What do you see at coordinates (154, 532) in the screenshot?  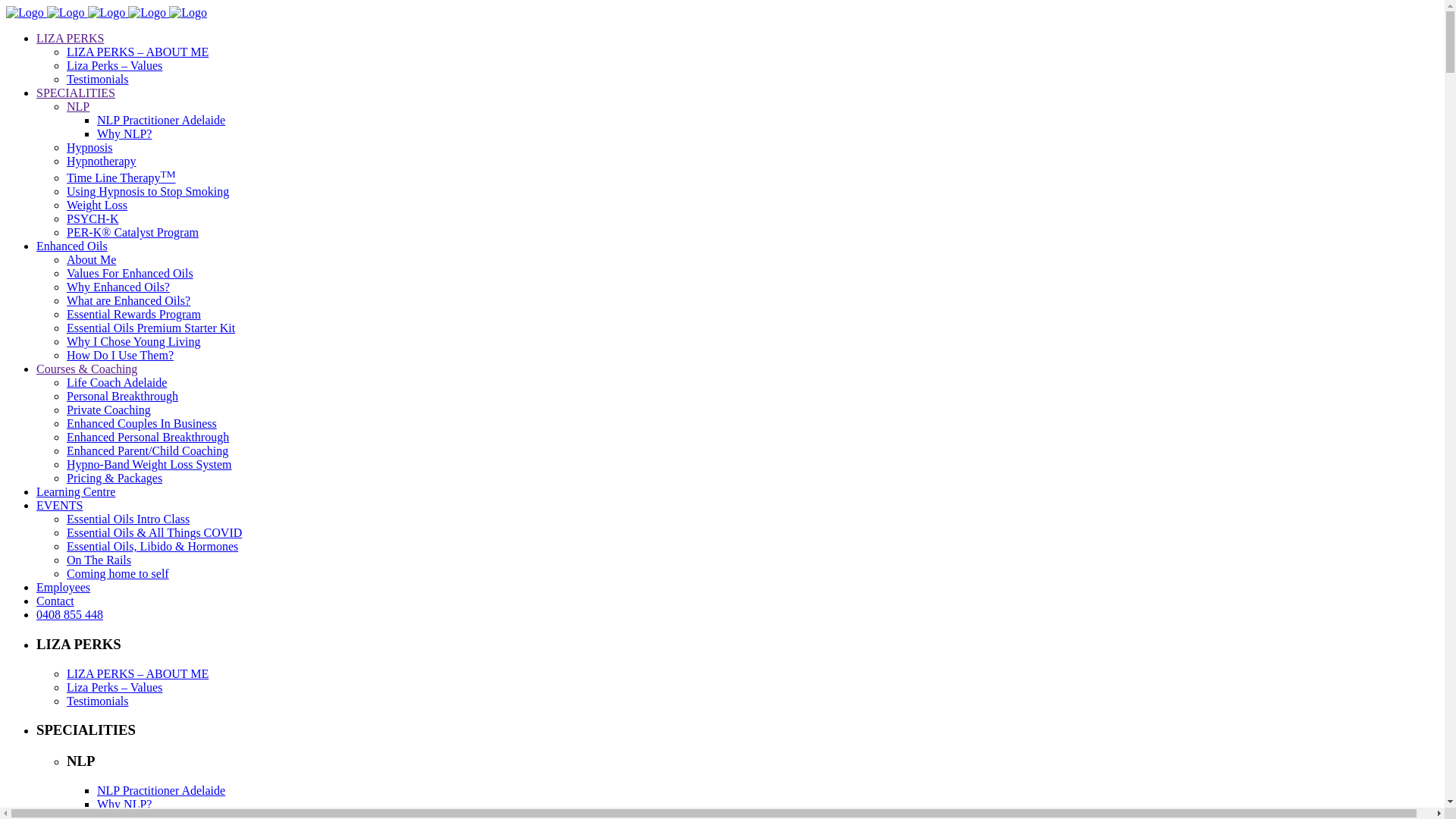 I see `'Essential Oils & All Things COVID'` at bounding box center [154, 532].